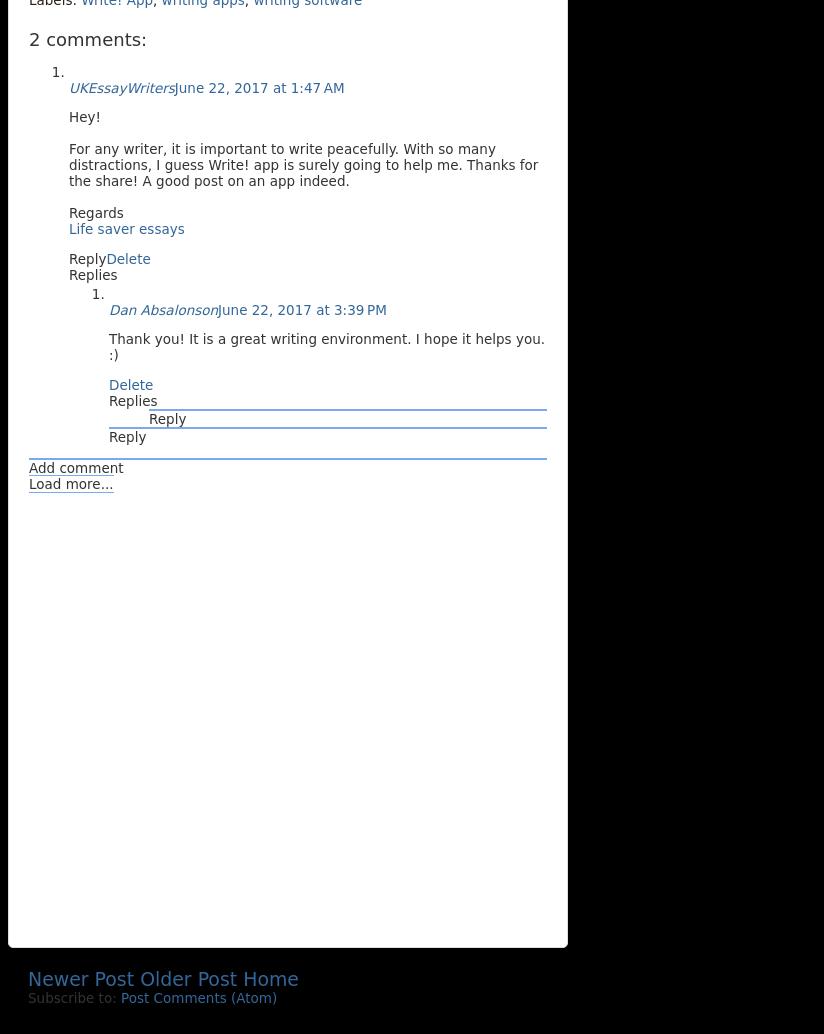  What do you see at coordinates (87, 39) in the screenshot?
I see `'2 comments:'` at bounding box center [87, 39].